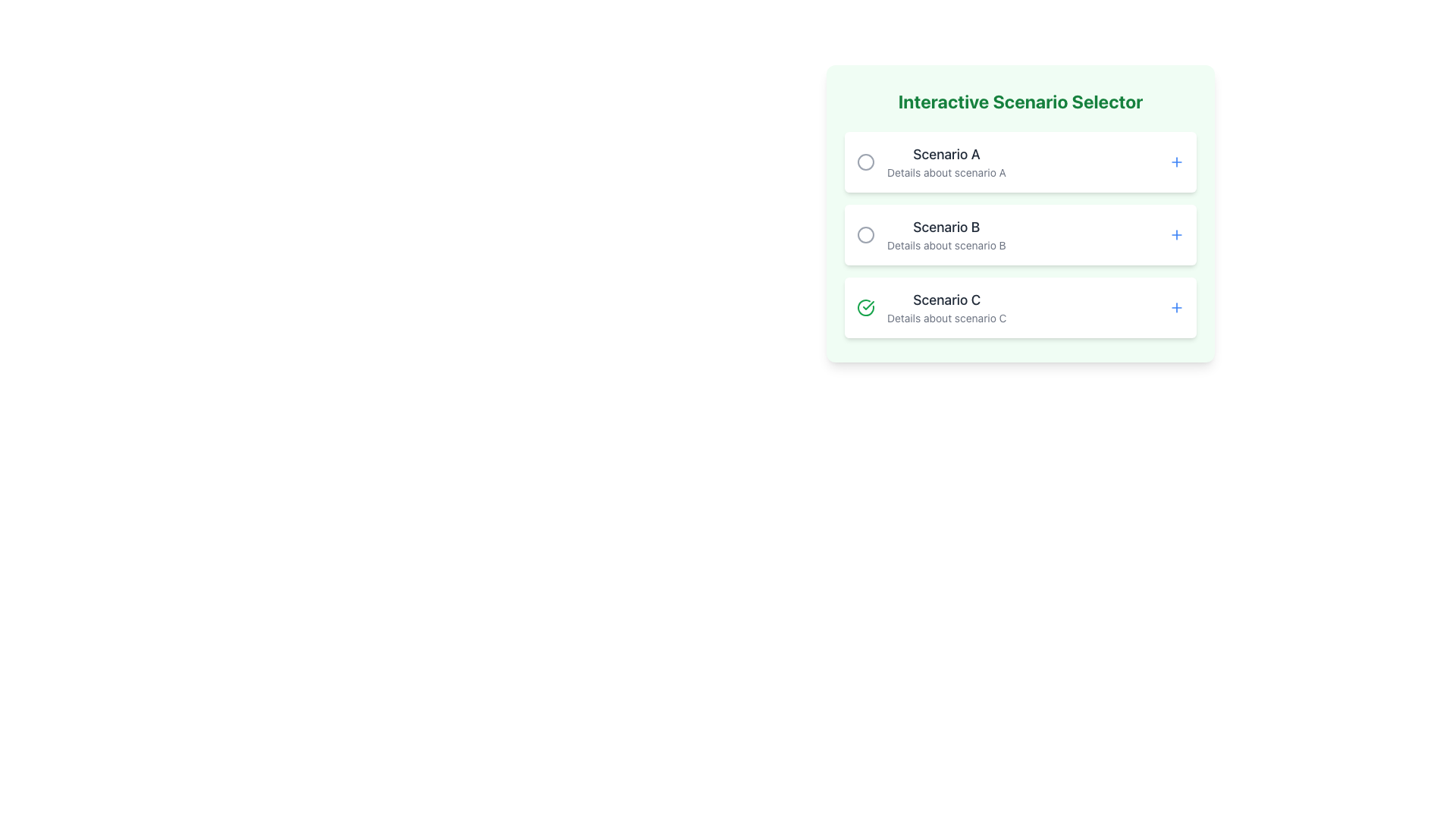 This screenshot has width=1456, height=819. What do you see at coordinates (946, 307) in the screenshot?
I see `the text information displayed in the third card under 'Interactive Scenario Selector', which serves as a descriptive label or navigational marker for the scenarios` at bounding box center [946, 307].